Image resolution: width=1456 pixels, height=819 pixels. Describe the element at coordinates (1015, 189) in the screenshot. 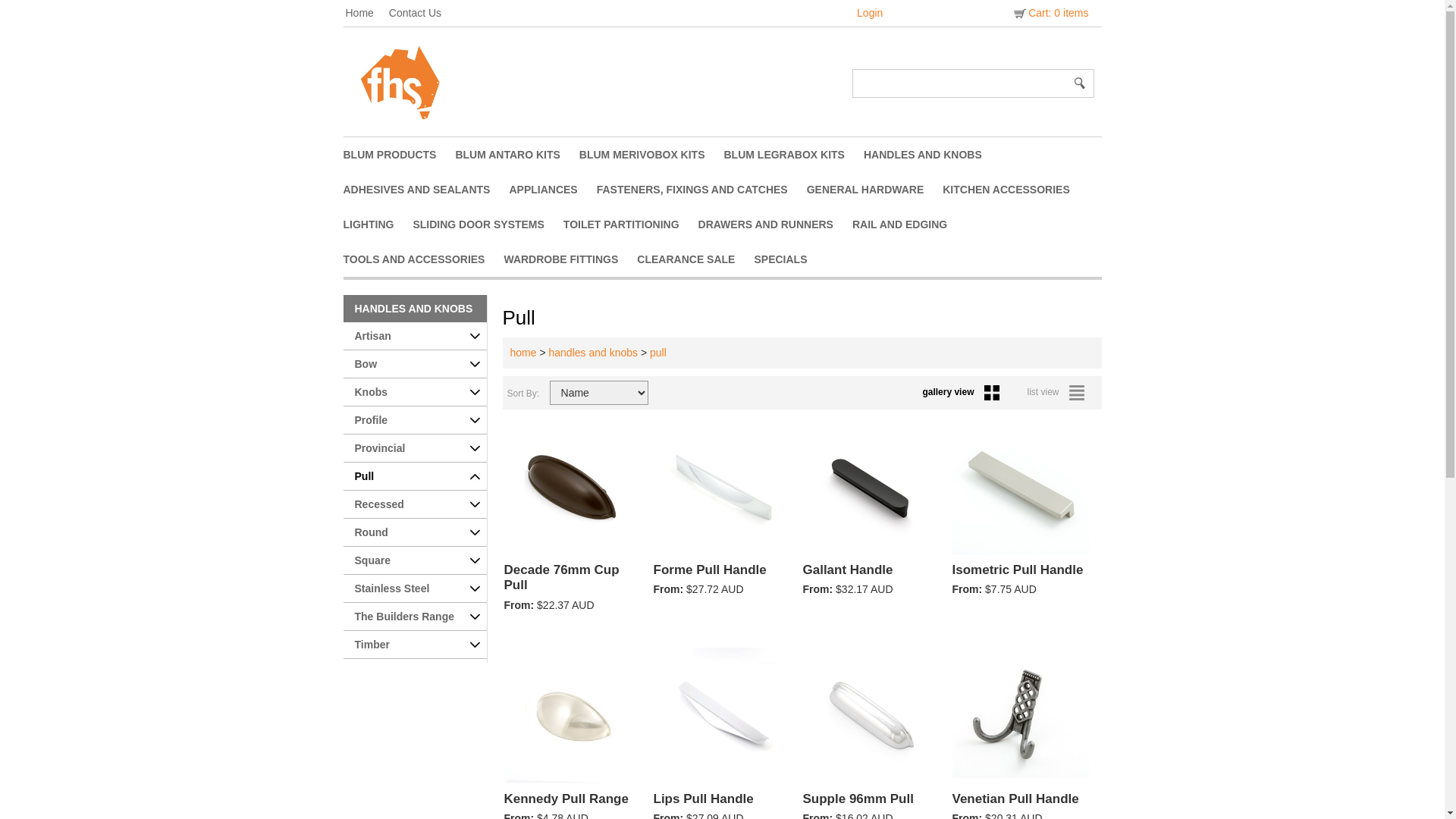

I see `'KITCHEN ACCESSORIES'` at that location.